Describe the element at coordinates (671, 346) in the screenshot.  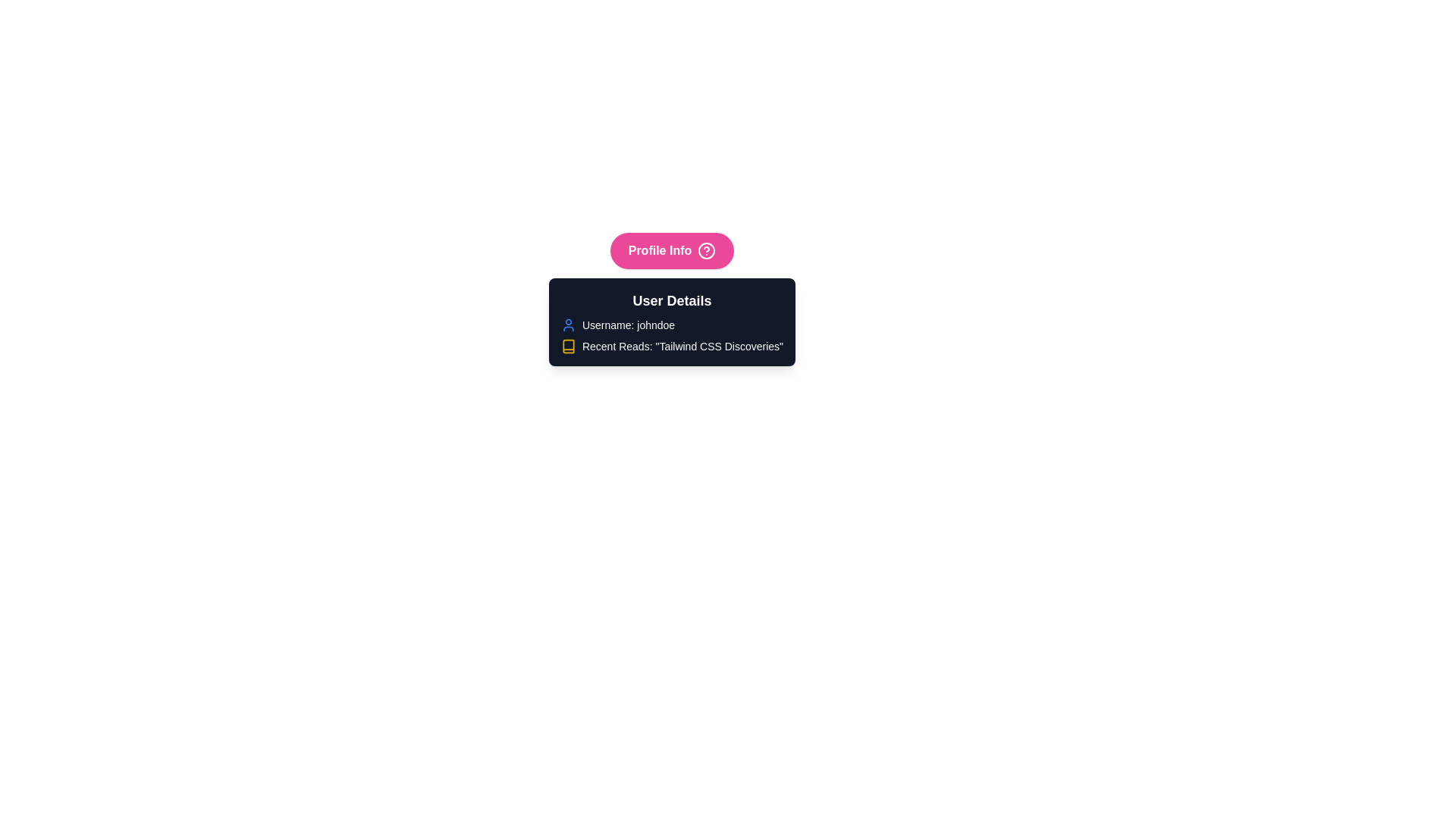
I see `the Descriptive Text with Icon located in the 'User Details' card, which provides information about the user's recent readings or interests` at that location.